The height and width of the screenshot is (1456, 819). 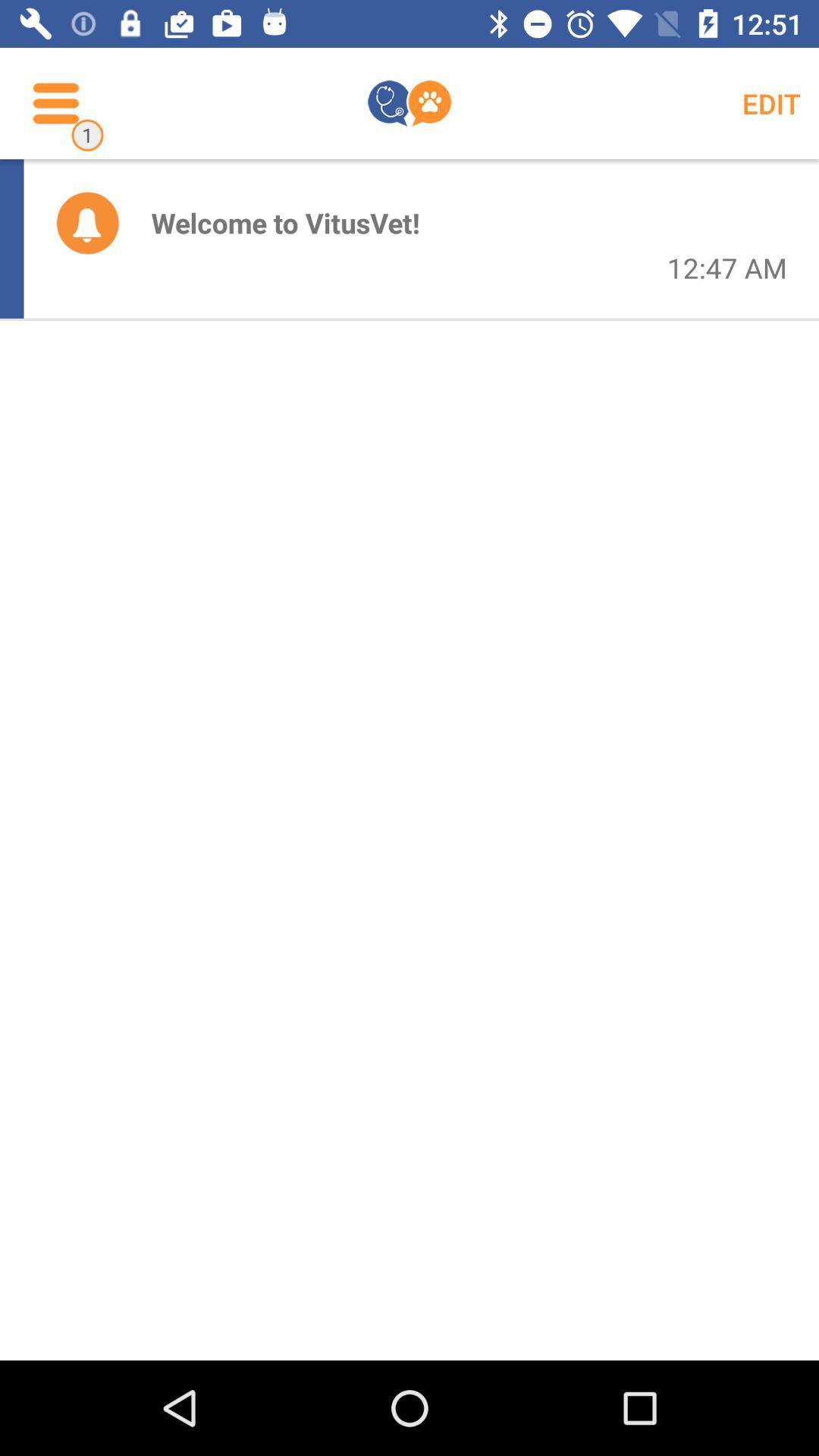 I want to click on item below edit, so click(x=726, y=268).